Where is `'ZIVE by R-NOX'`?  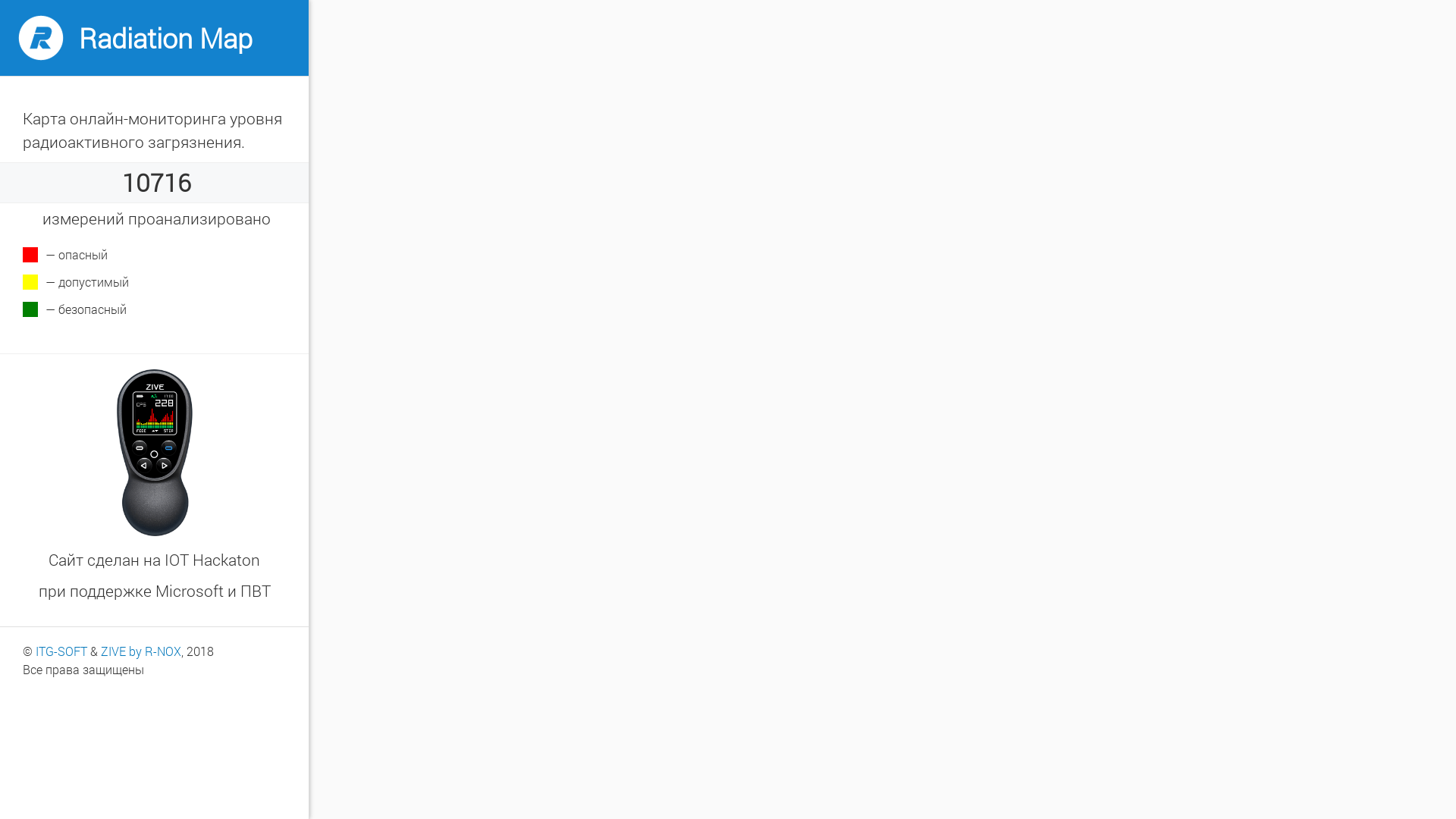
'ZIVE by R-NOX' is located at coordinates (141, 650).